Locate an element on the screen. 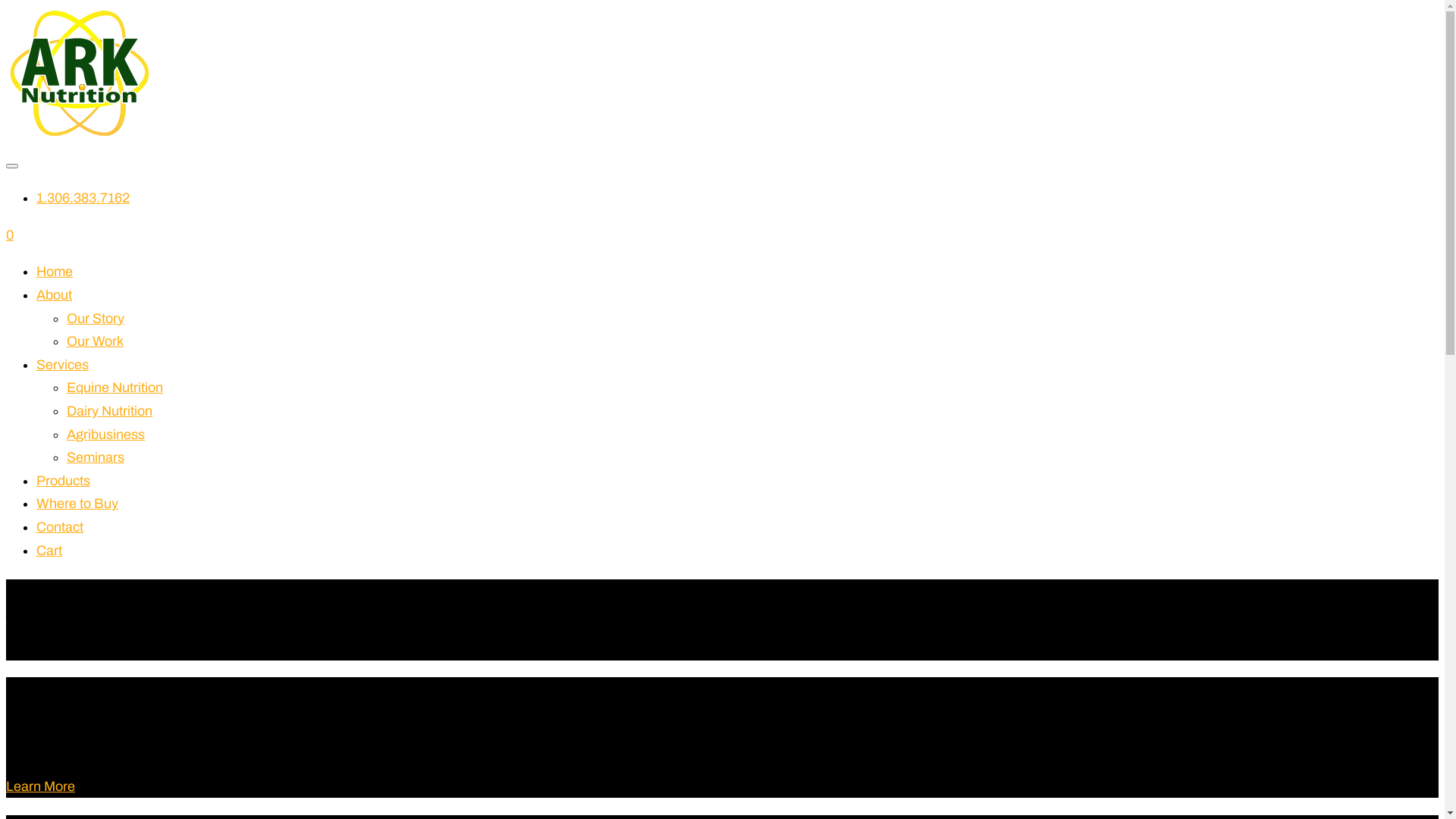 The height and width of the screenshot is (819, 1456). 'Our Story' is located at coordinates (94, 318).